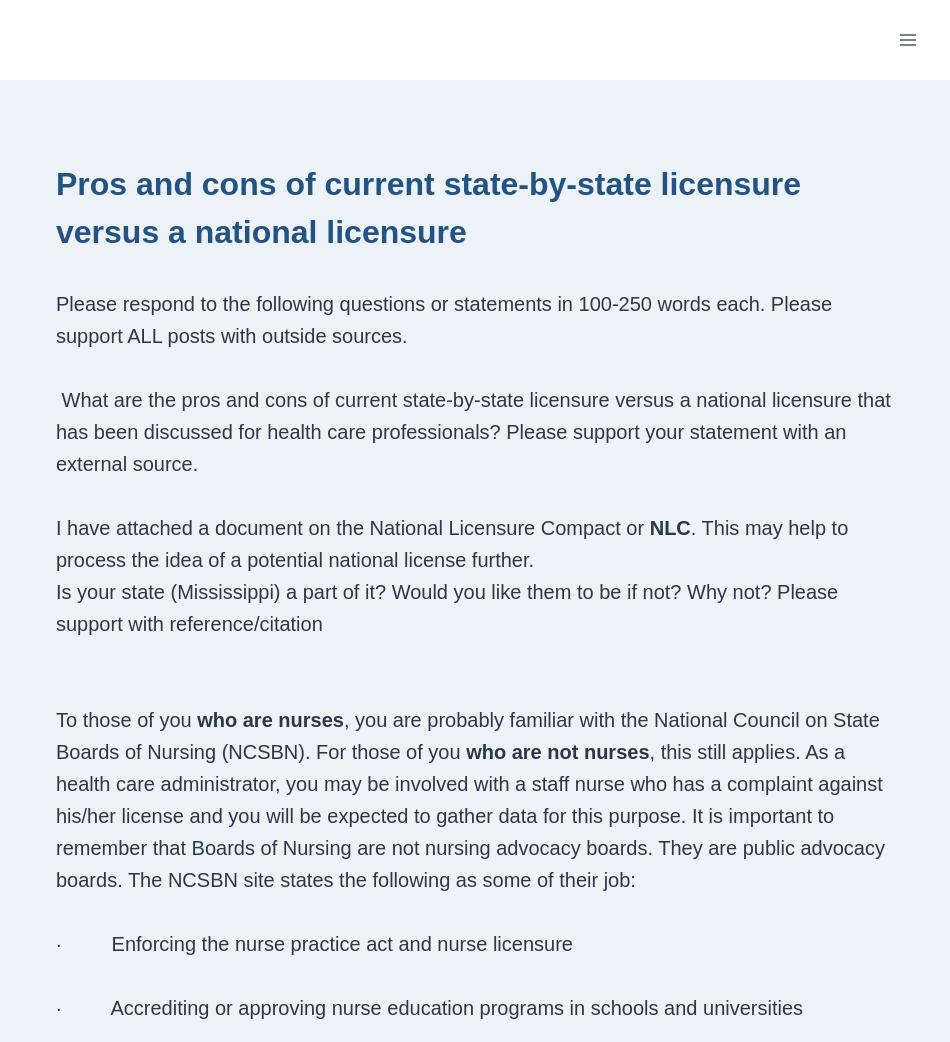 The height and width of the screenshot is (1042, 950). I want to click on '·         Enforcing the nurse practice act and nurse licensure', so click(55, 943).